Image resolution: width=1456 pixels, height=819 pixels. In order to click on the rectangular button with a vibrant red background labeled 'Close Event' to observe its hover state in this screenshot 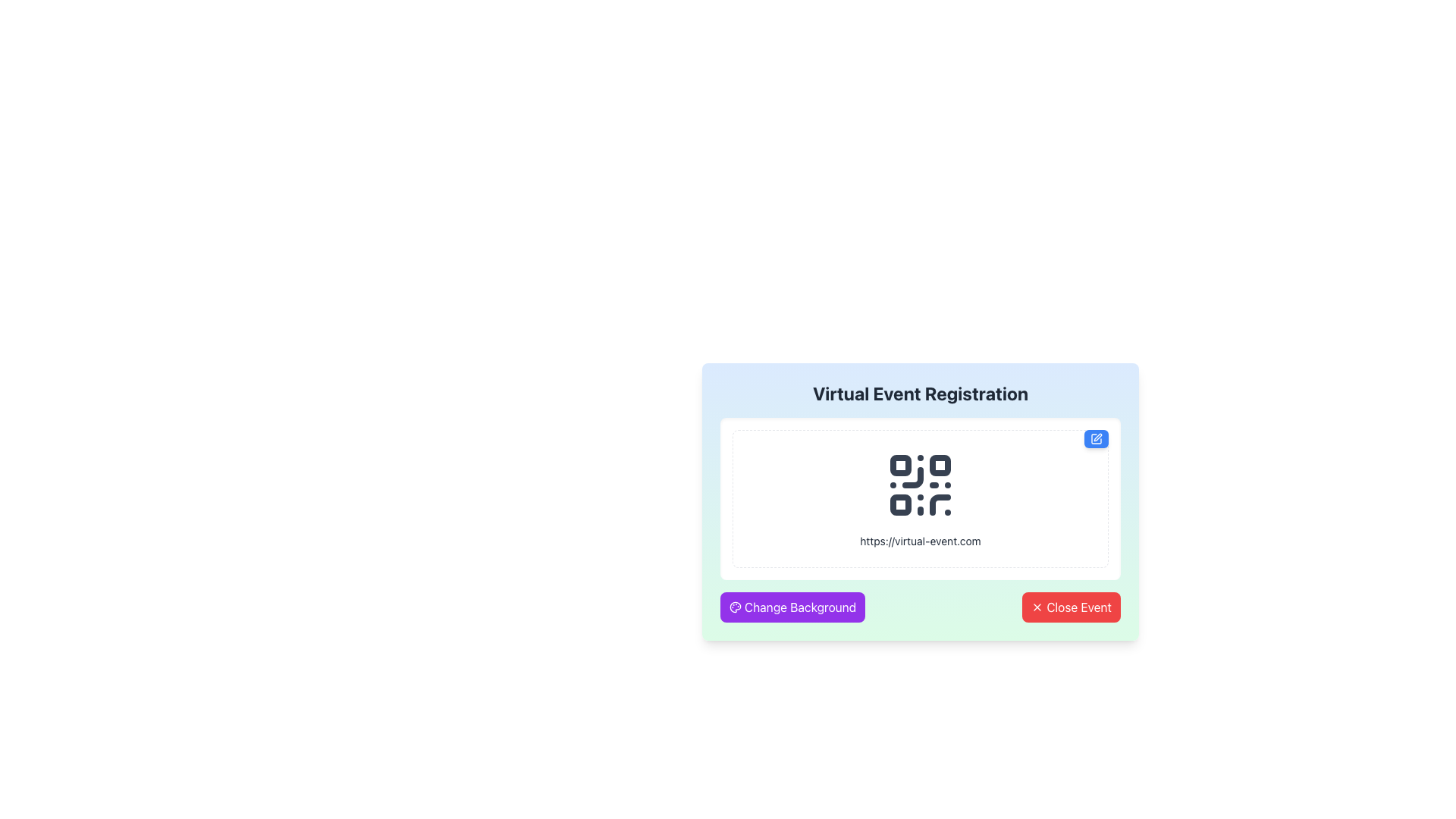, I will do `click(1071, 607)`.